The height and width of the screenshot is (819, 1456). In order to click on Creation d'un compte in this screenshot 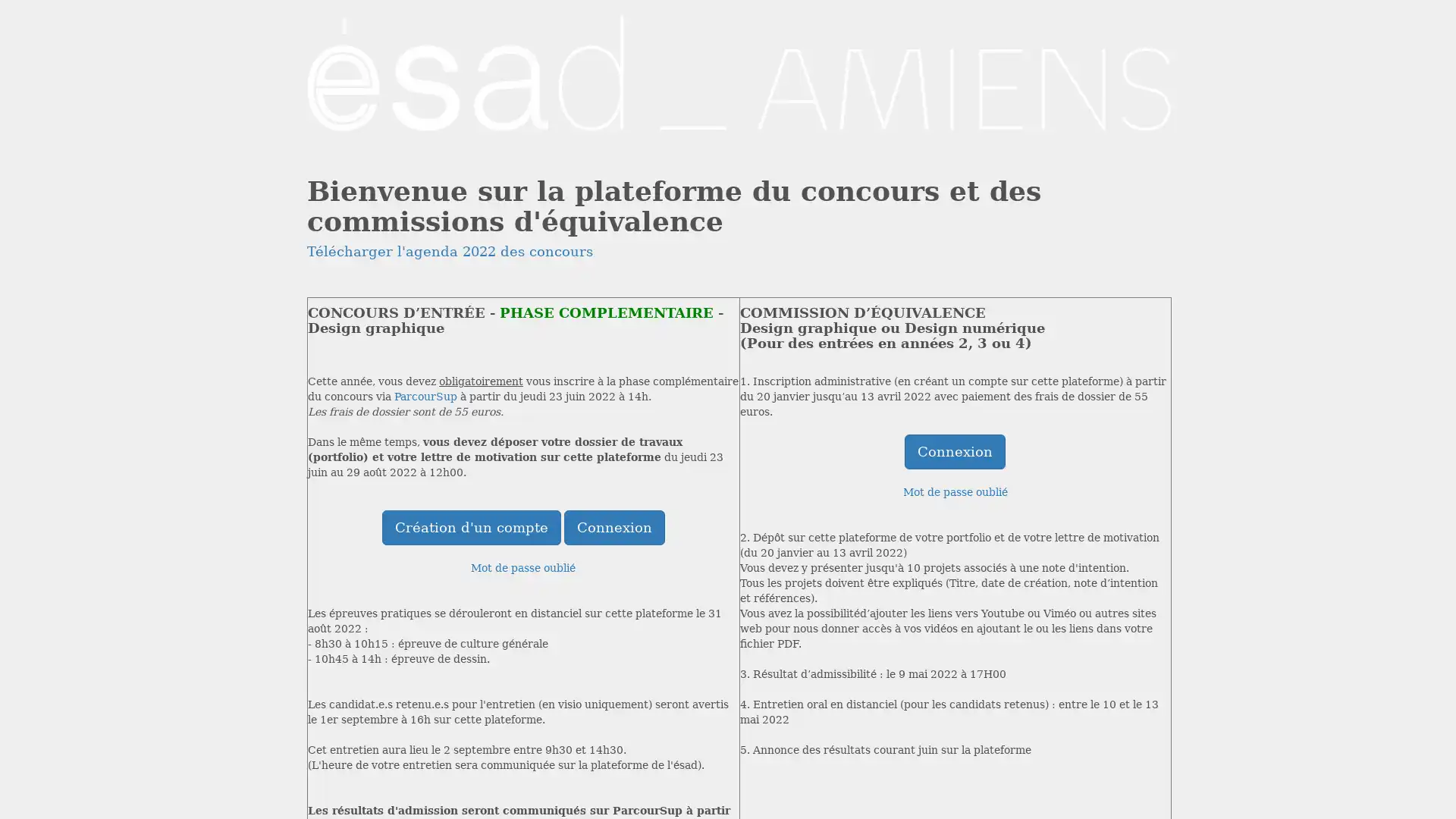, I will do `click(469, 526)`.